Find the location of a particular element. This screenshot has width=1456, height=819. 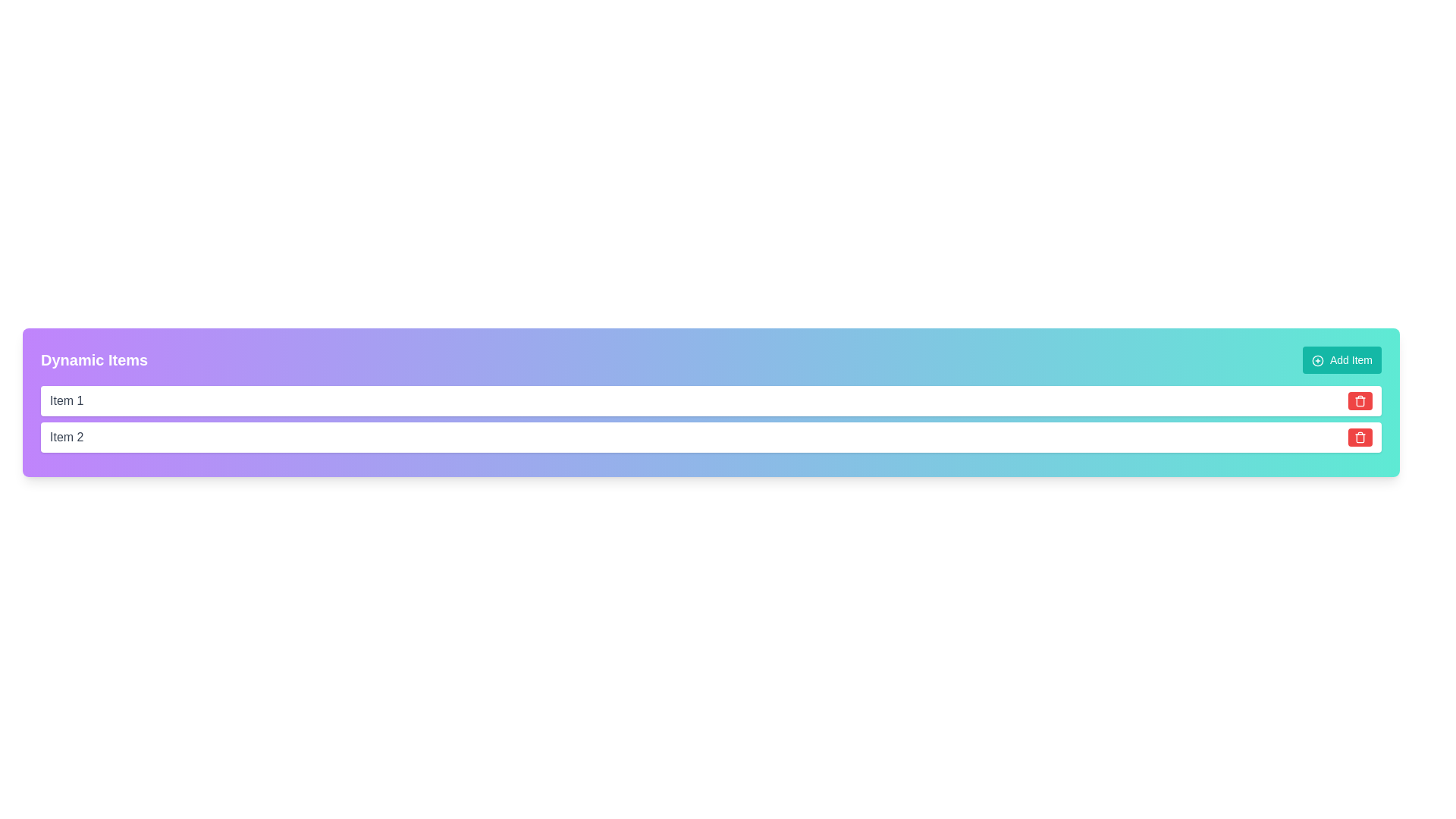

the main body of the trash can in the SVG trash icon located to the right of the 'Item 2' text input field is located at coordinates (1360, 438).